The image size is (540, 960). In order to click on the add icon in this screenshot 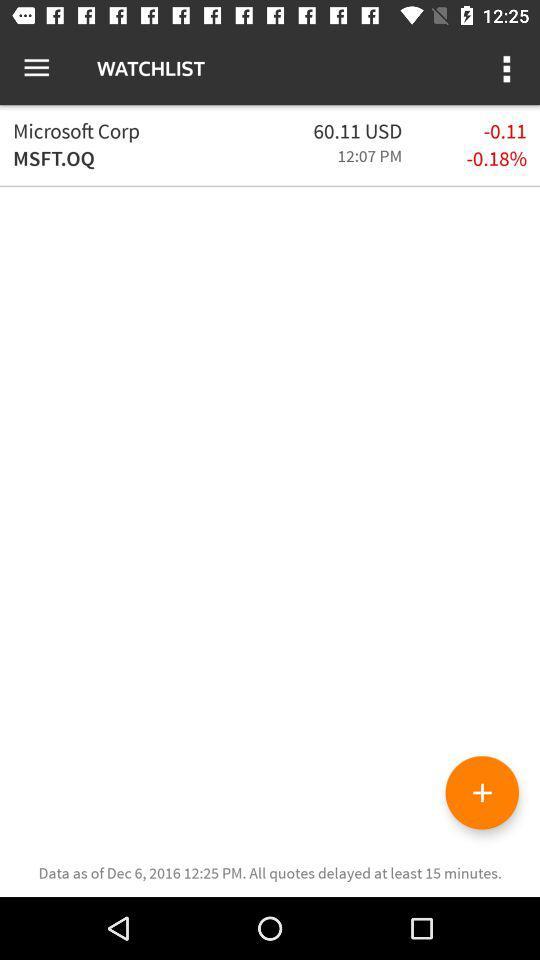, I will do `click(481, 792)`.